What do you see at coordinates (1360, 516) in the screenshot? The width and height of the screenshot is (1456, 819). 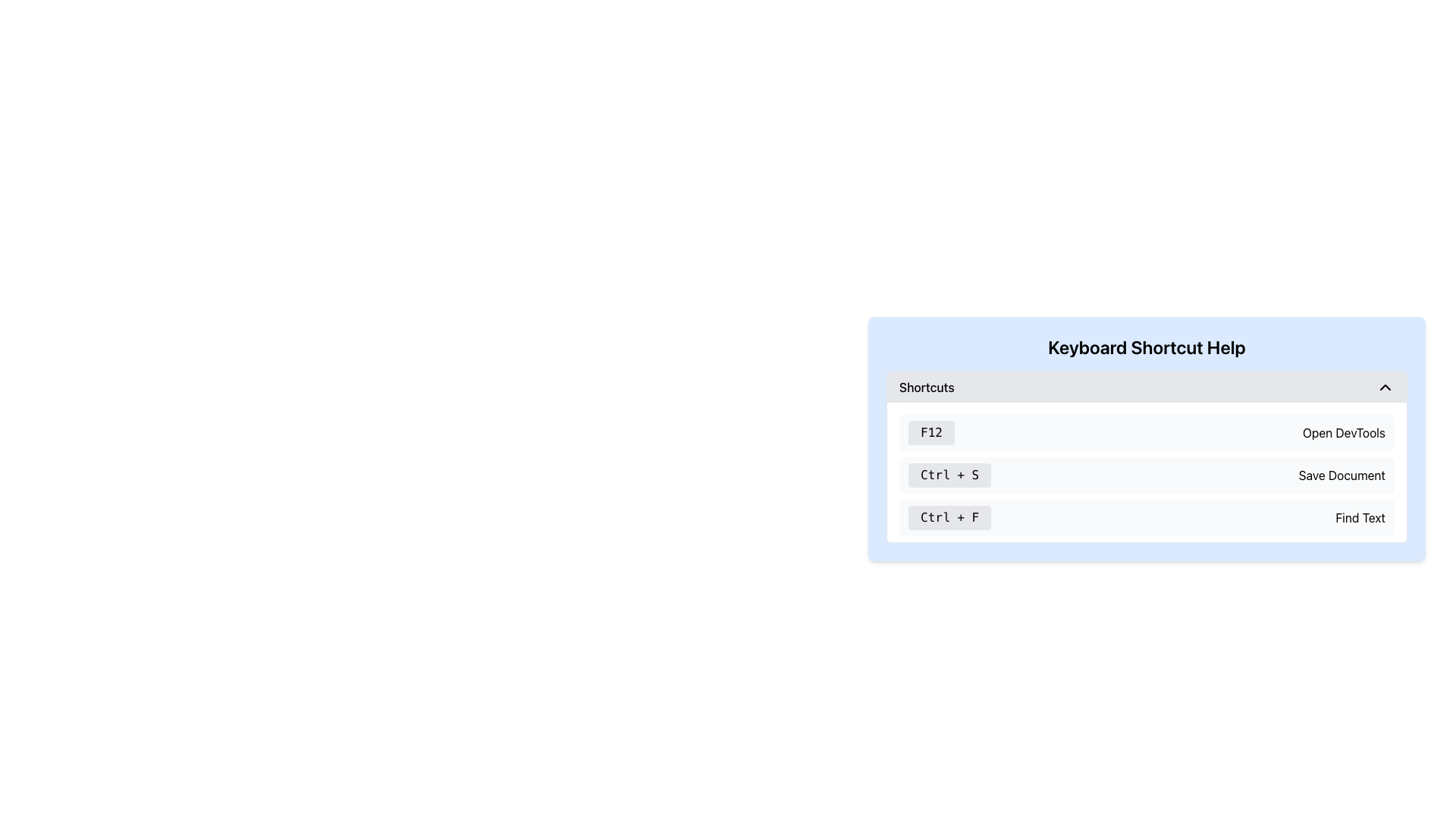 I see `the right-aligned text label in the 'Keyboard Shortcut Help' section that describes the 'Ctrl + F' shortcut functionality` at bounding box center [1360, 516].